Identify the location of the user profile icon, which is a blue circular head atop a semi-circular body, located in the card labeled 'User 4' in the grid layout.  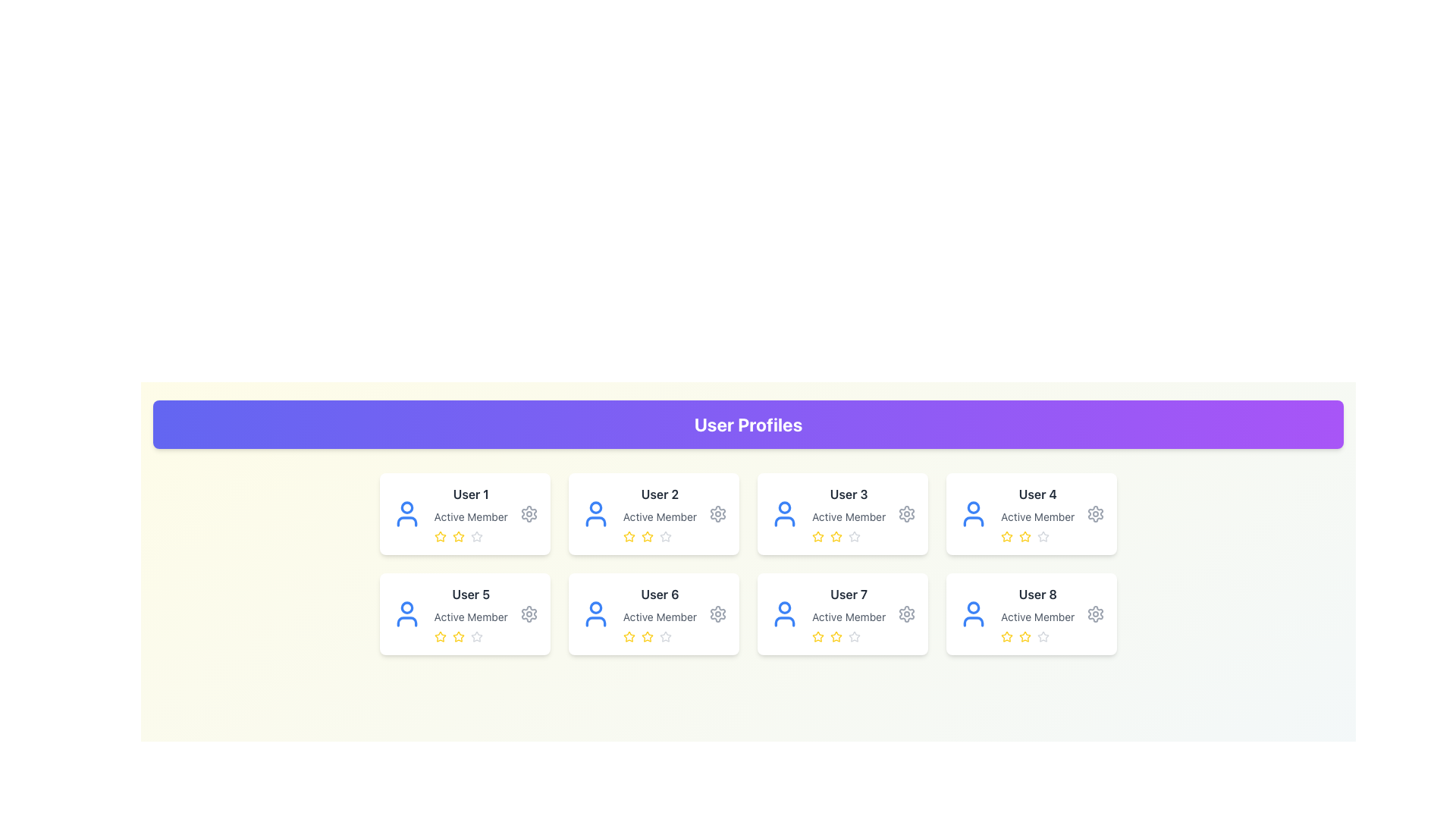
(974, 513).